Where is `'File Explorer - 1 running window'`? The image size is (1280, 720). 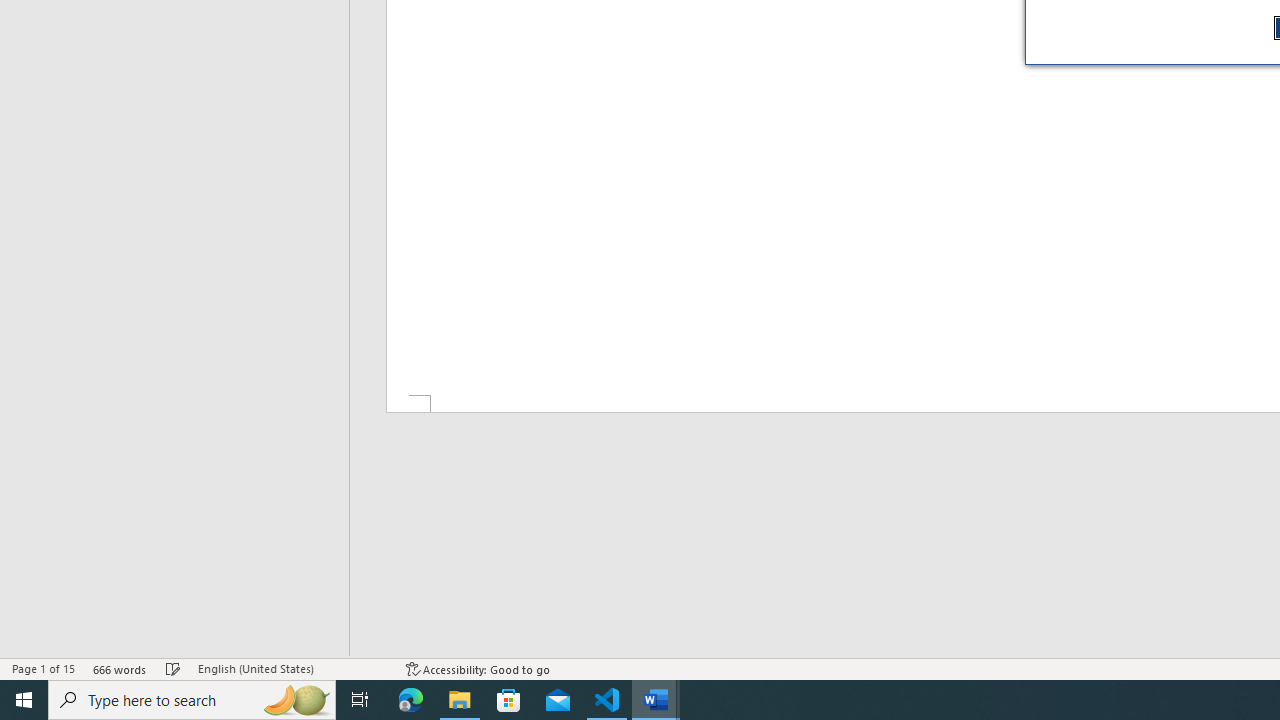 'File Explorer - 1 running window' is located at coordinates (459, 698).